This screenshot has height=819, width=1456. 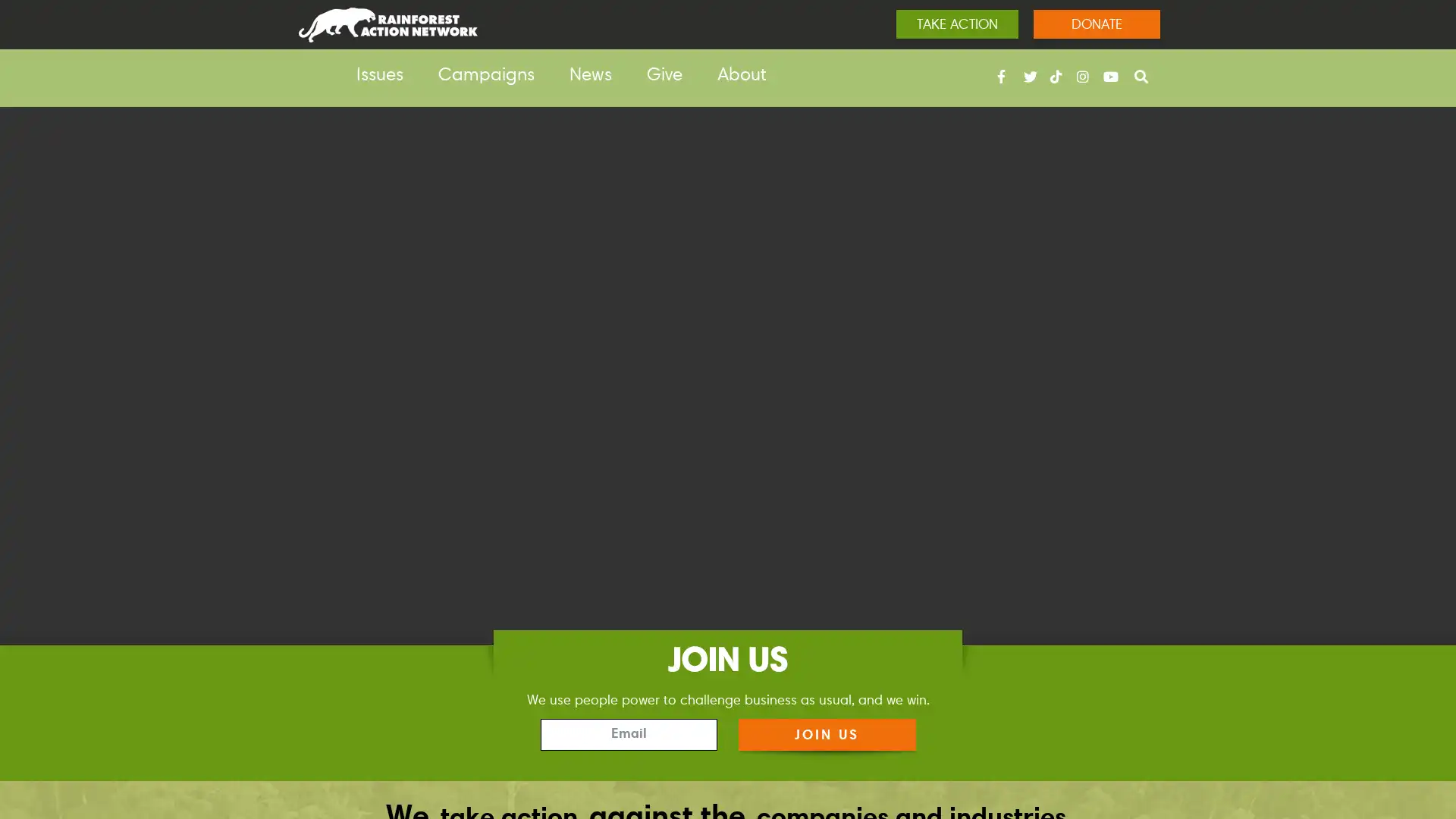 What do you see at coordinates (664, 76) in the screenshot?
I see `Give` at bounding box center [664, 76].